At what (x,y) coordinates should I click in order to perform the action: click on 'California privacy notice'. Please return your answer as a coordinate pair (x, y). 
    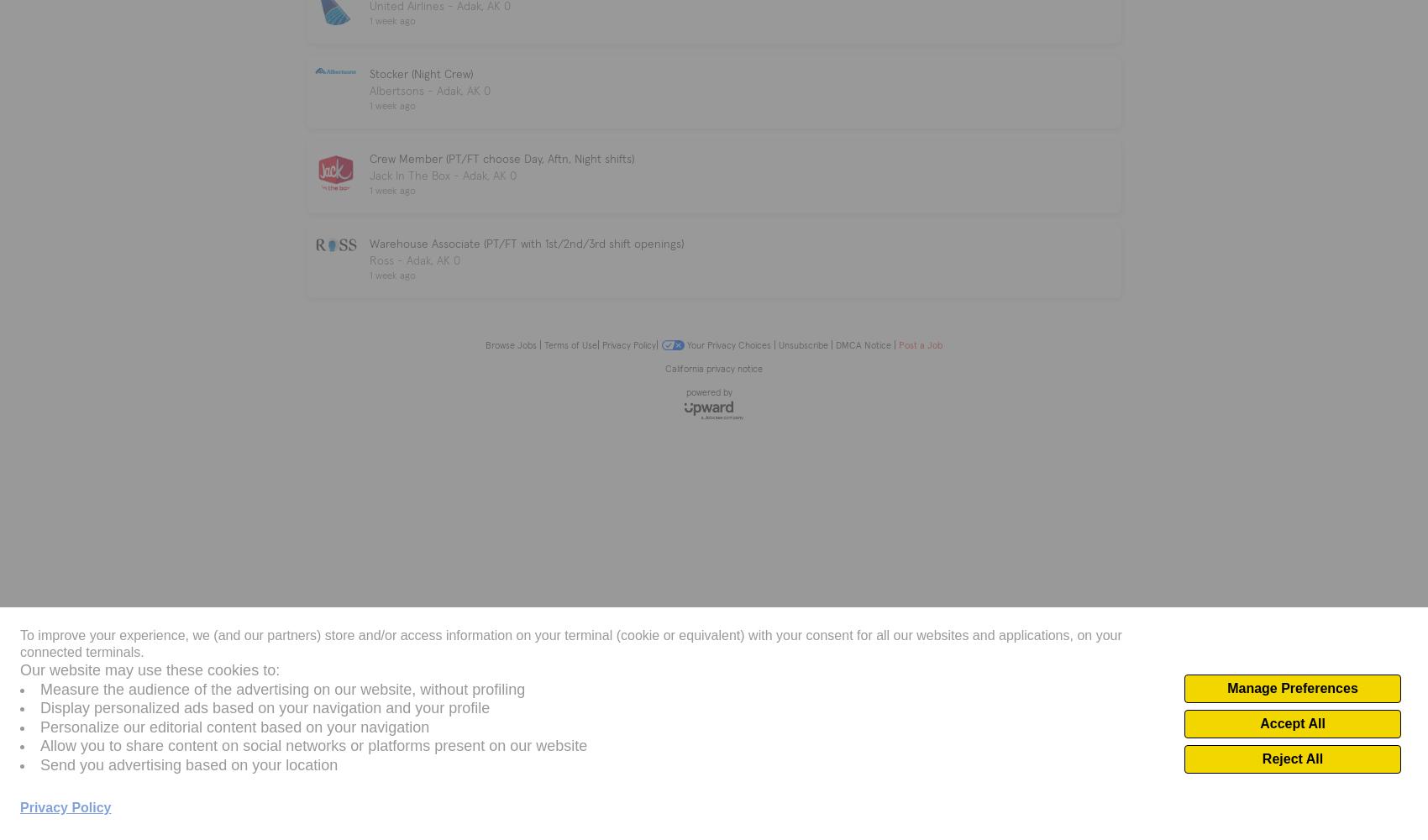
    Looking at the image, I should click on (714, 368).